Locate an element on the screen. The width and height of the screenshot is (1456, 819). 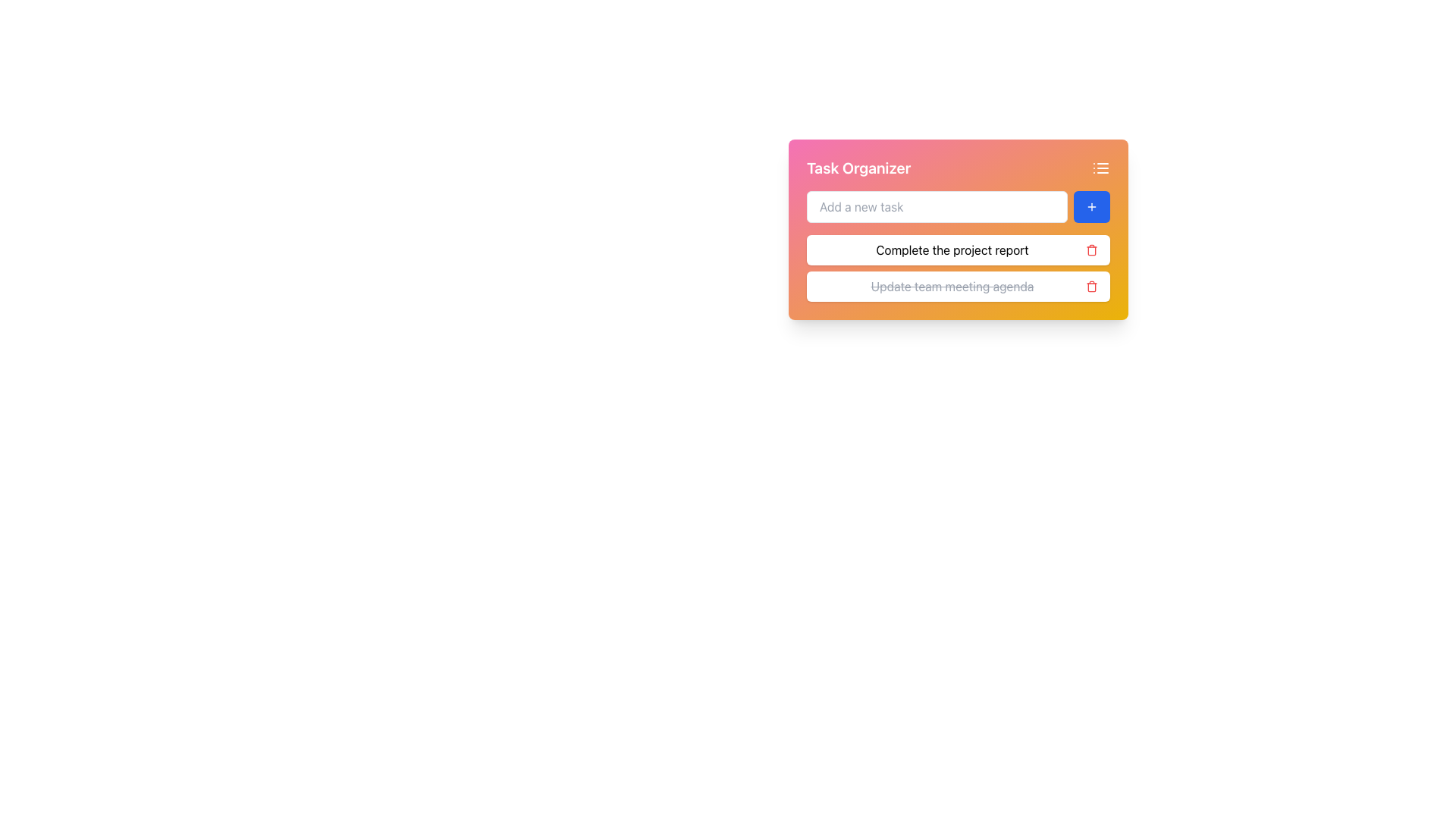
the plus sign icon inside the blue circular button adjacent to the 'Add a new task' input field is located at coordinates (1092, 207).